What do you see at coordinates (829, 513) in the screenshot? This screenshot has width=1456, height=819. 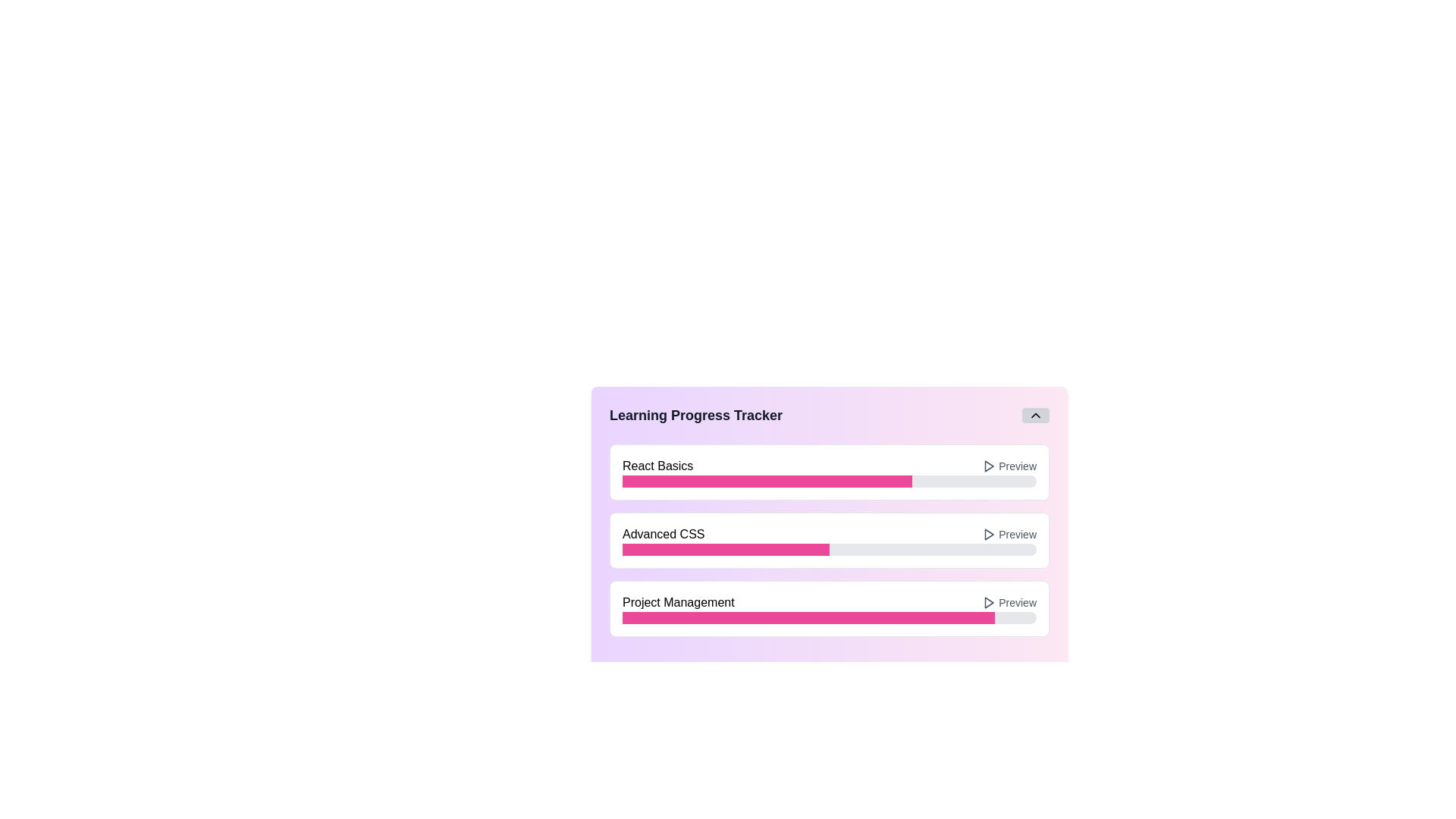 I see `the progress bar for the module 'Advanced CSS', which is the second item in a list of progress trackers` at bounding box center [829, 513].